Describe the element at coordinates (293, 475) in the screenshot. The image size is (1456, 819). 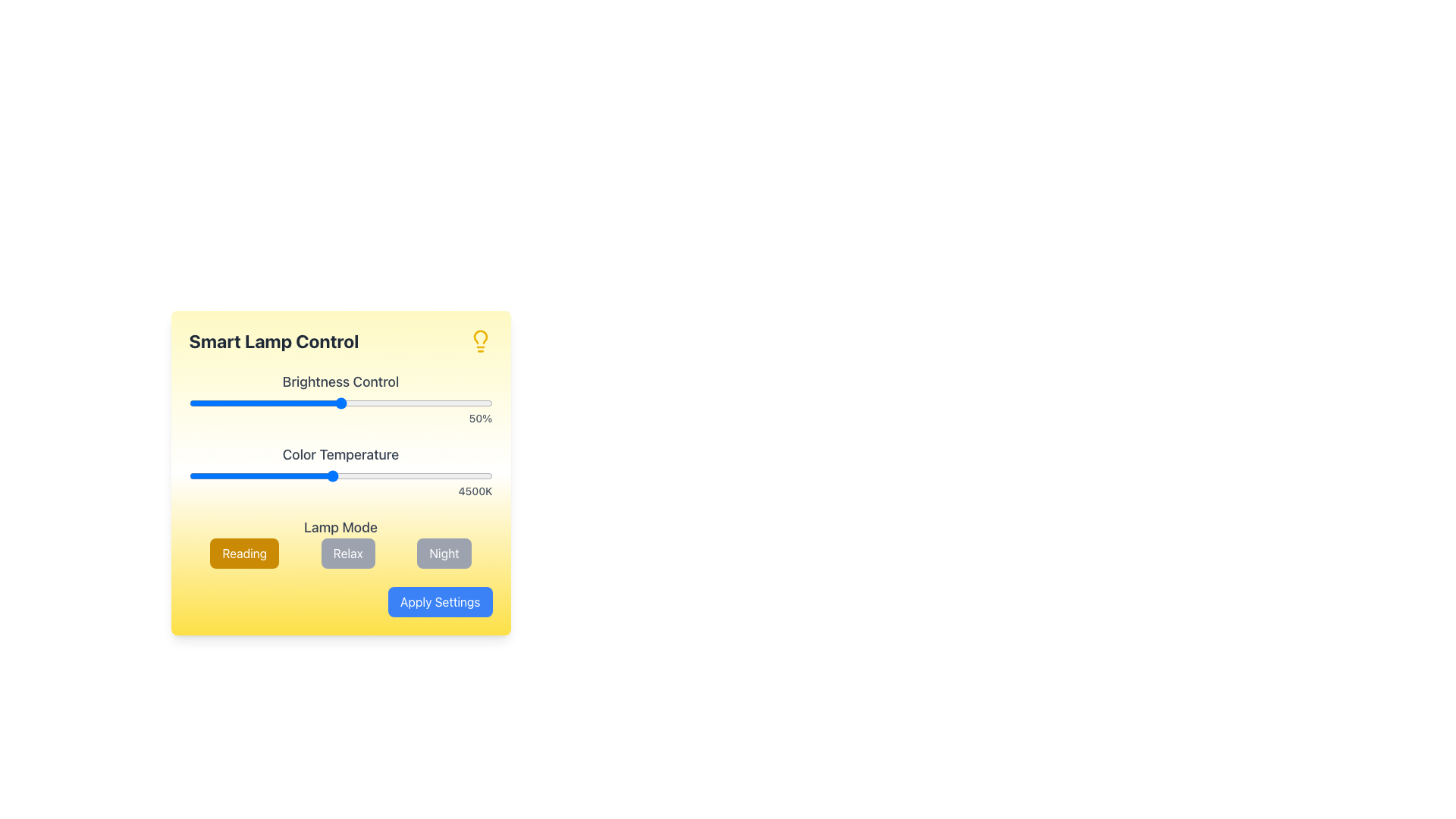
I see `the color temperature` at that location.